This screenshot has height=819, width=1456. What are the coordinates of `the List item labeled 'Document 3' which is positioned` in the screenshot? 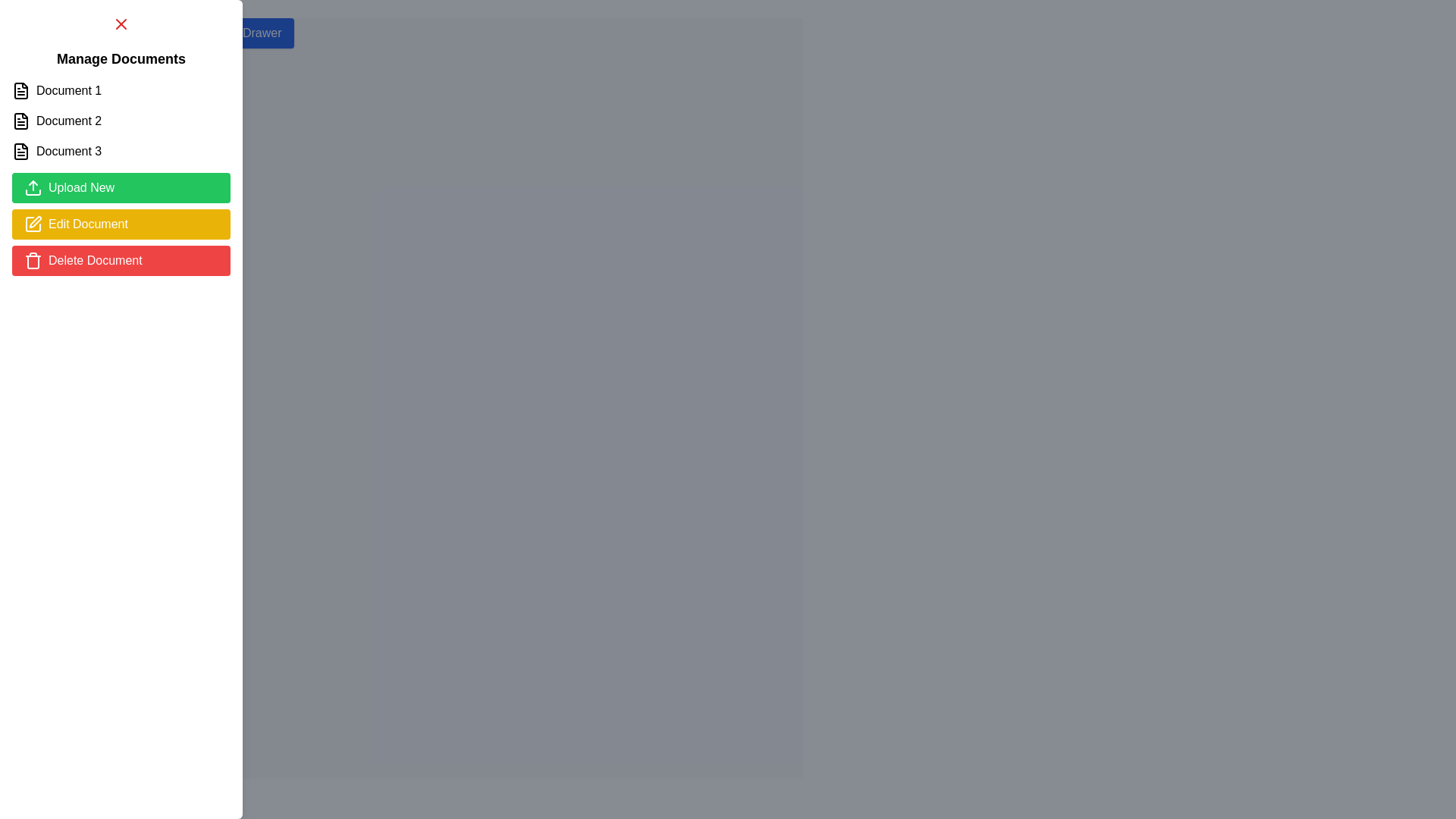 It's located at (120, 152).